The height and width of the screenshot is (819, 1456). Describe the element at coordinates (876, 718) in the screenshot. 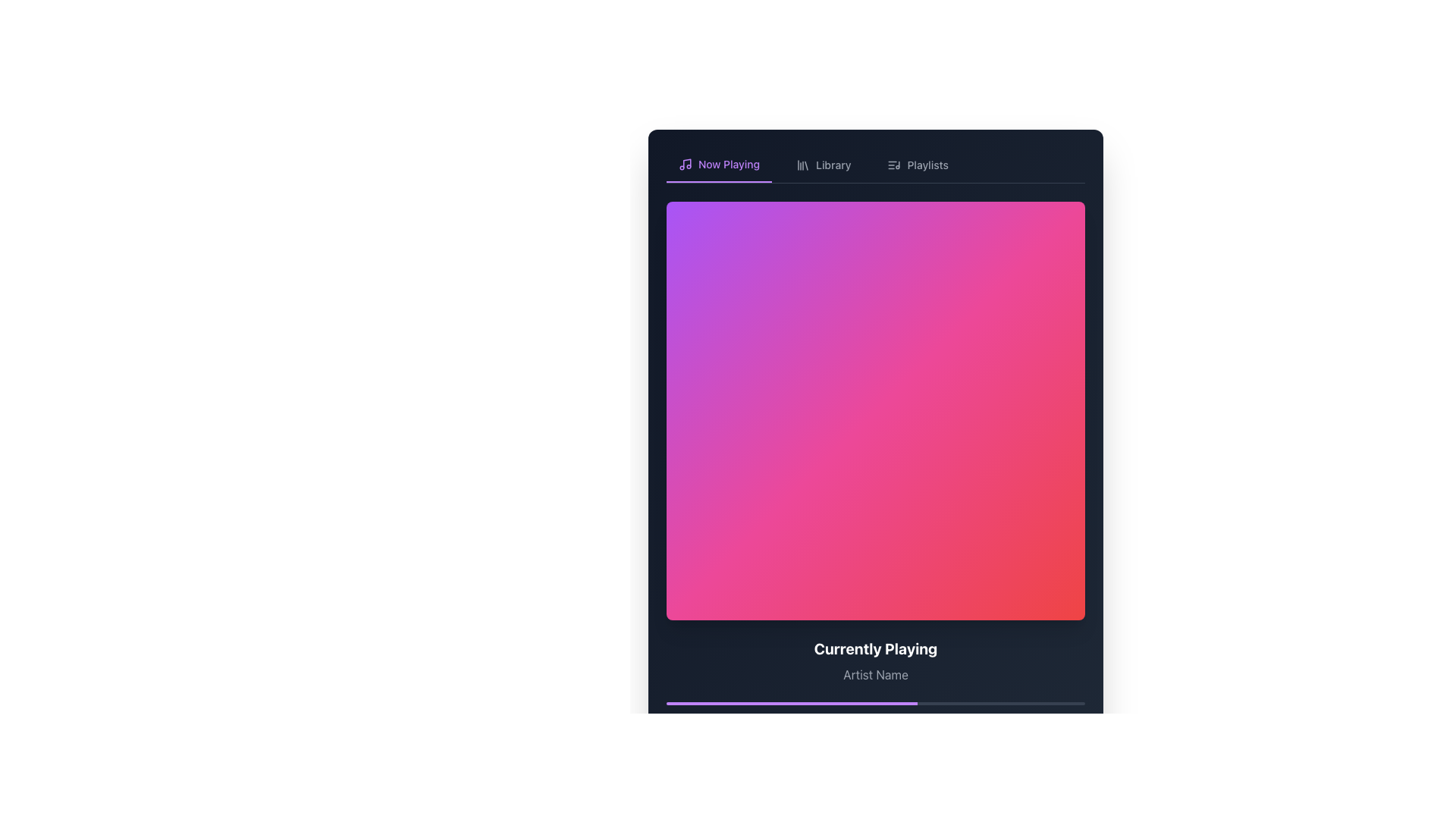

I see `the Text label displaying the current time and total duration, located beneath the progress bar in the 'Currently Playing' section` at that location.